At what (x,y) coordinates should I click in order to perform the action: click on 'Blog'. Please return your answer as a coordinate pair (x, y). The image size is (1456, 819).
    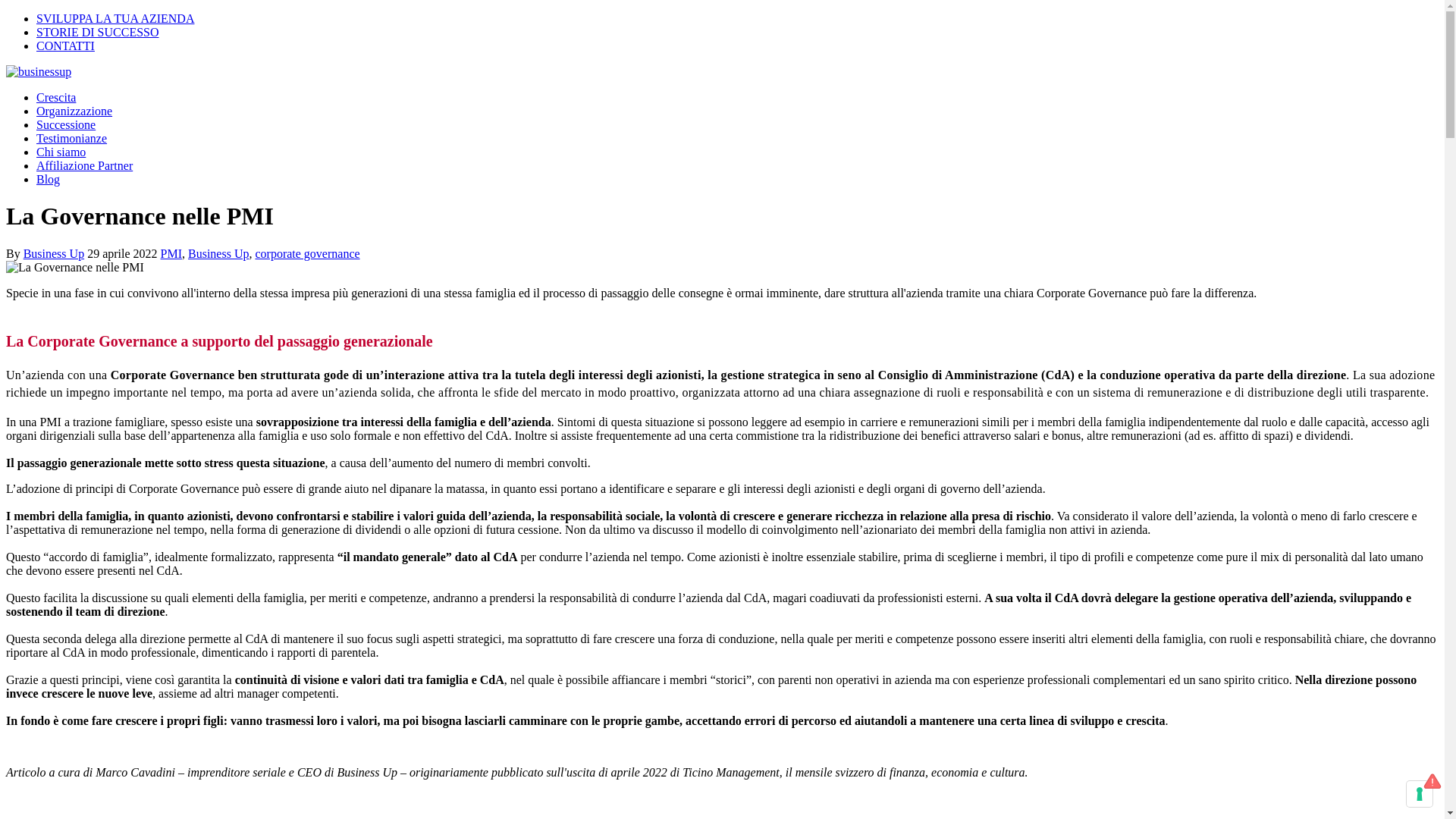
    Looking at the image, I should click on (48, 178).